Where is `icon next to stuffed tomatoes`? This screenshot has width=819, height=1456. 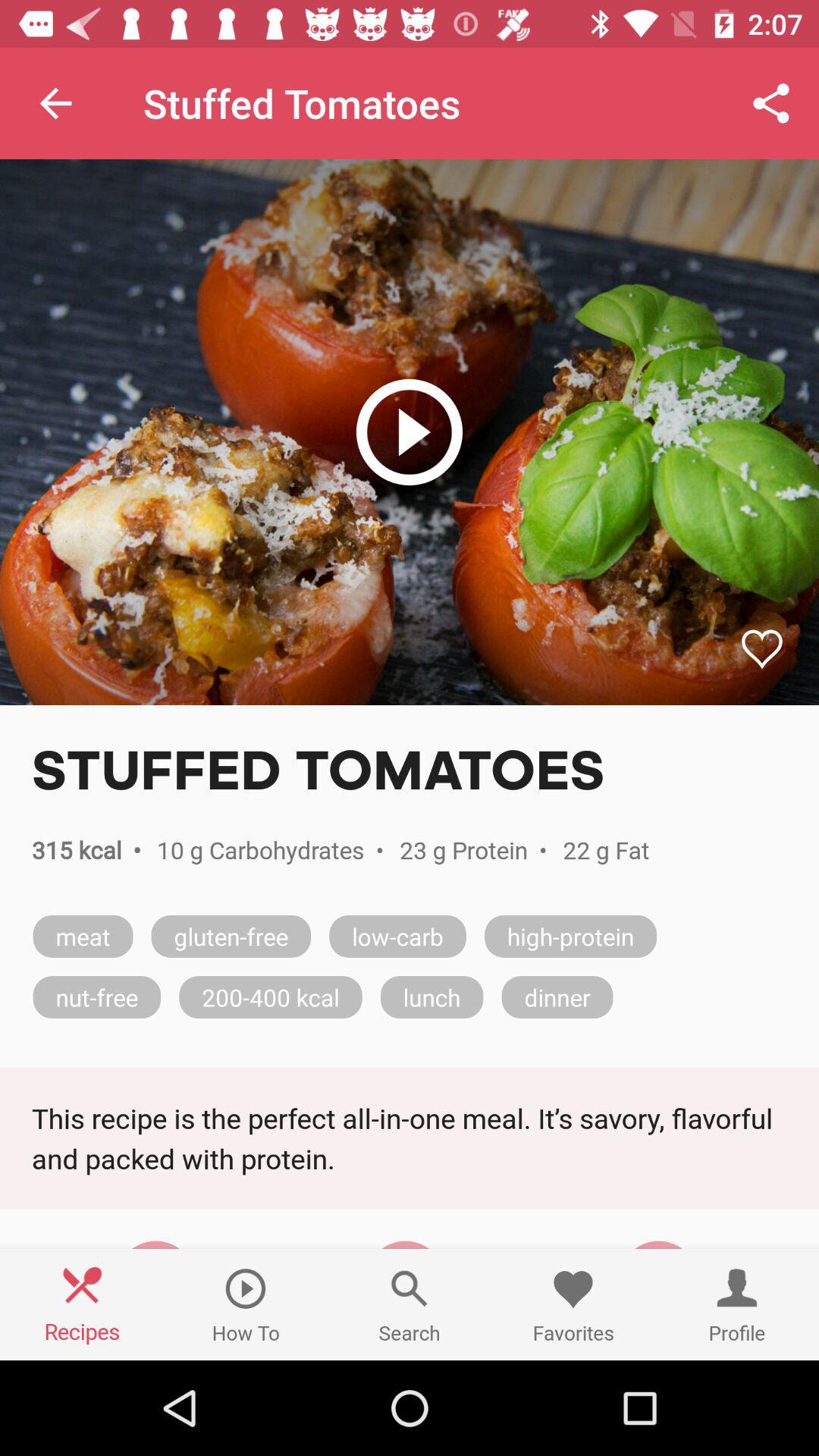
icon next to stuffed tomatoes is located at coordinates (55, 102).